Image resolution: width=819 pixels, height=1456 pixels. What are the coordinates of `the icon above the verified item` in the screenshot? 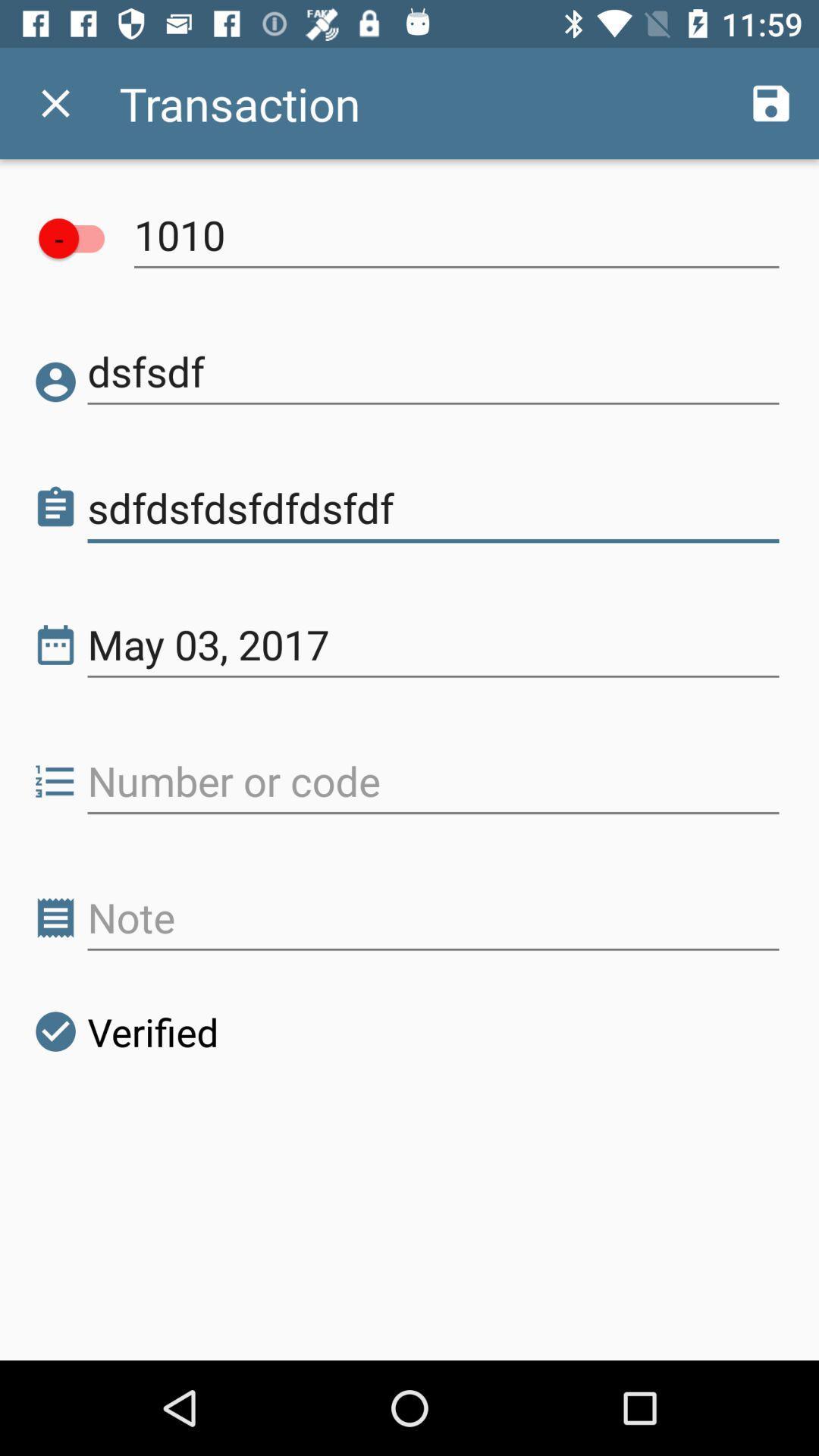 It's located at (433, 917).